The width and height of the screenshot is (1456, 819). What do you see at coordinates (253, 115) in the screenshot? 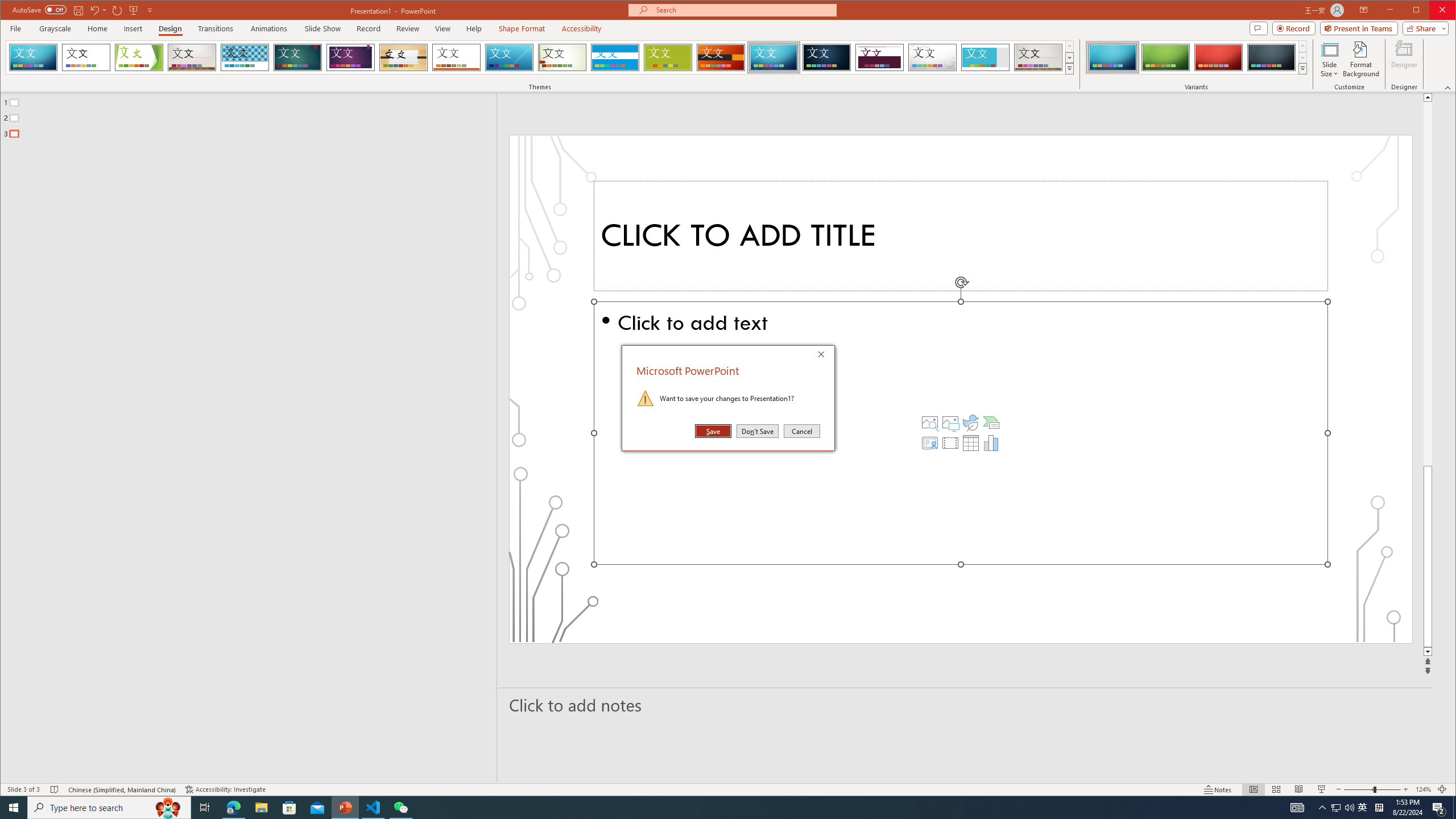
I see `'Outline'` at bounding box center [253, 115].